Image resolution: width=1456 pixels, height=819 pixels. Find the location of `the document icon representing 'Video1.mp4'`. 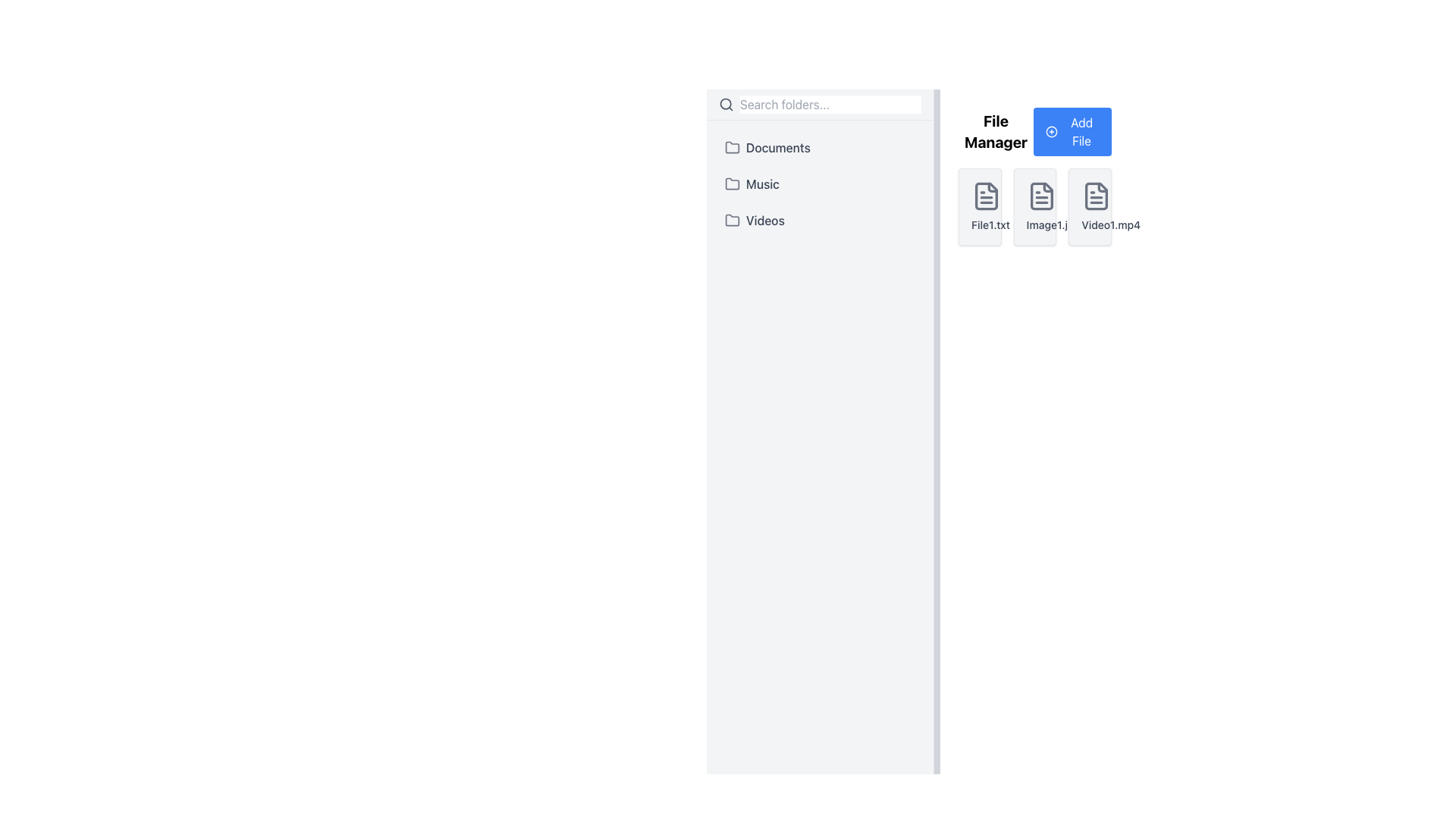

the document icon representing 'Video1.mp4' is located at coordinates (1097, 195).